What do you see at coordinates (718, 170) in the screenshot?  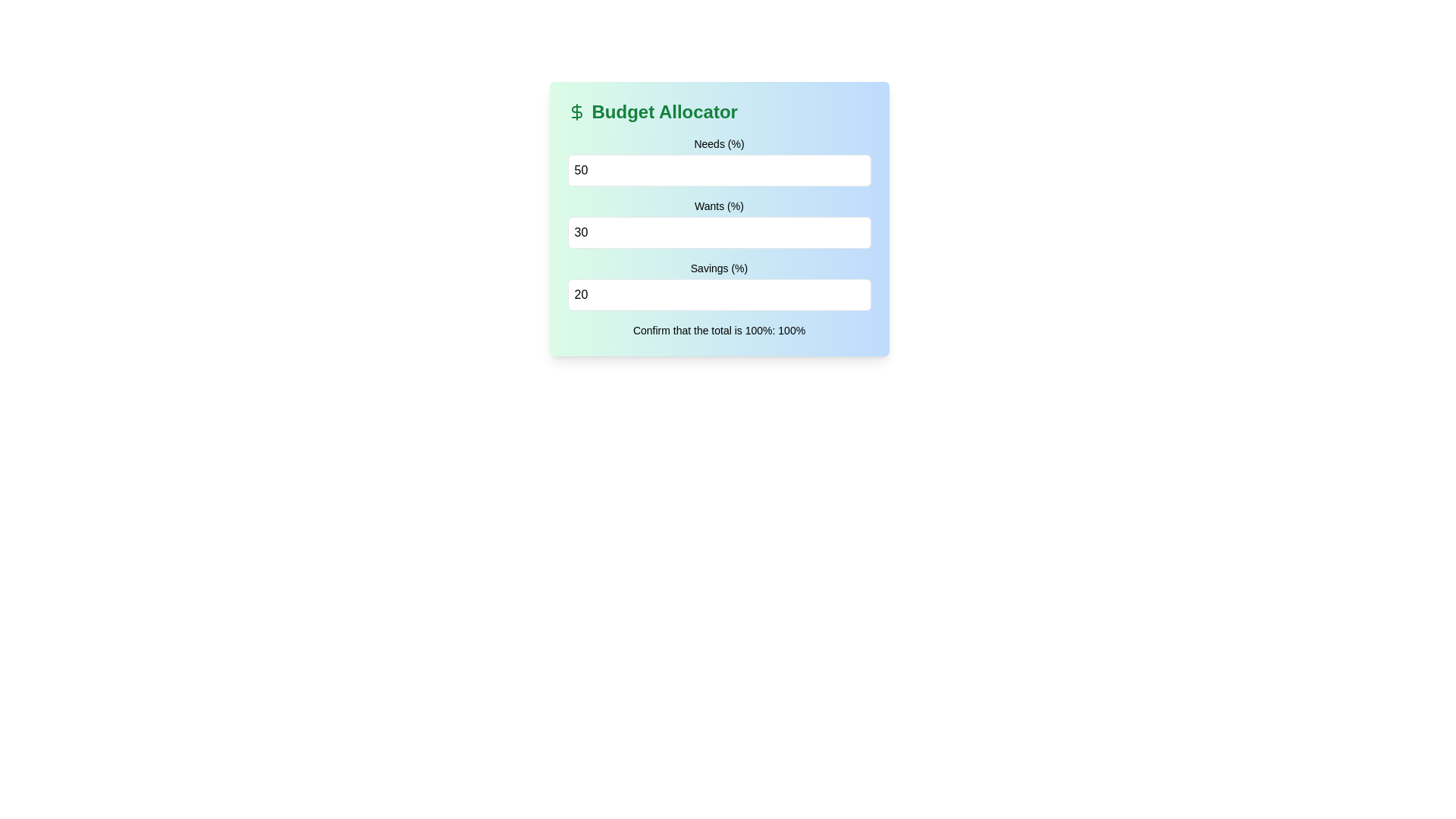 I see `the number input field styled with rounded corners and a blue ring, located below the 'Needs (%)' label for editing` at bounding box center [718, 170].